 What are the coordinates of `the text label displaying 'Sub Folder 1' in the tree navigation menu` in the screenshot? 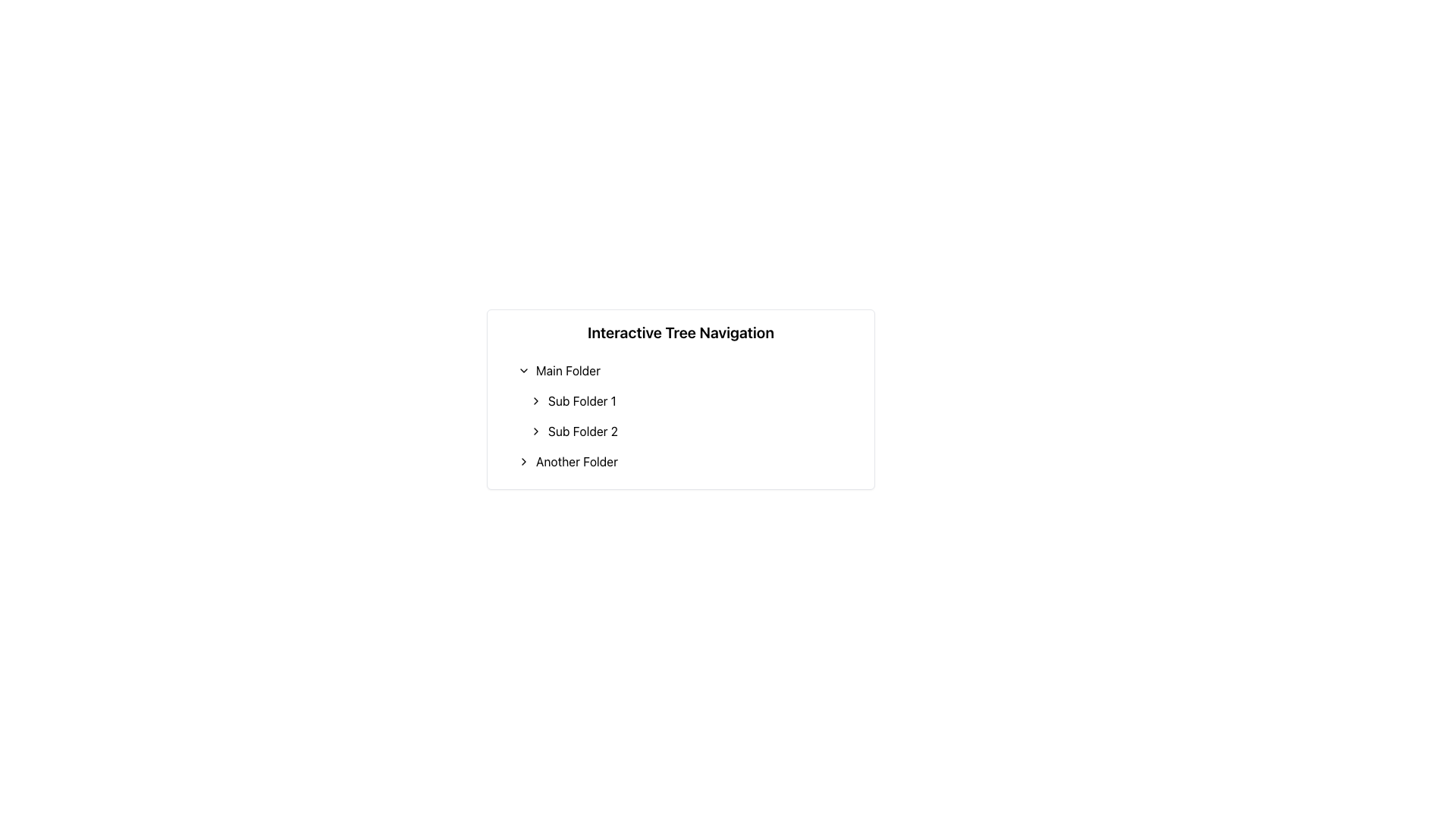 It's located at (581, 400).